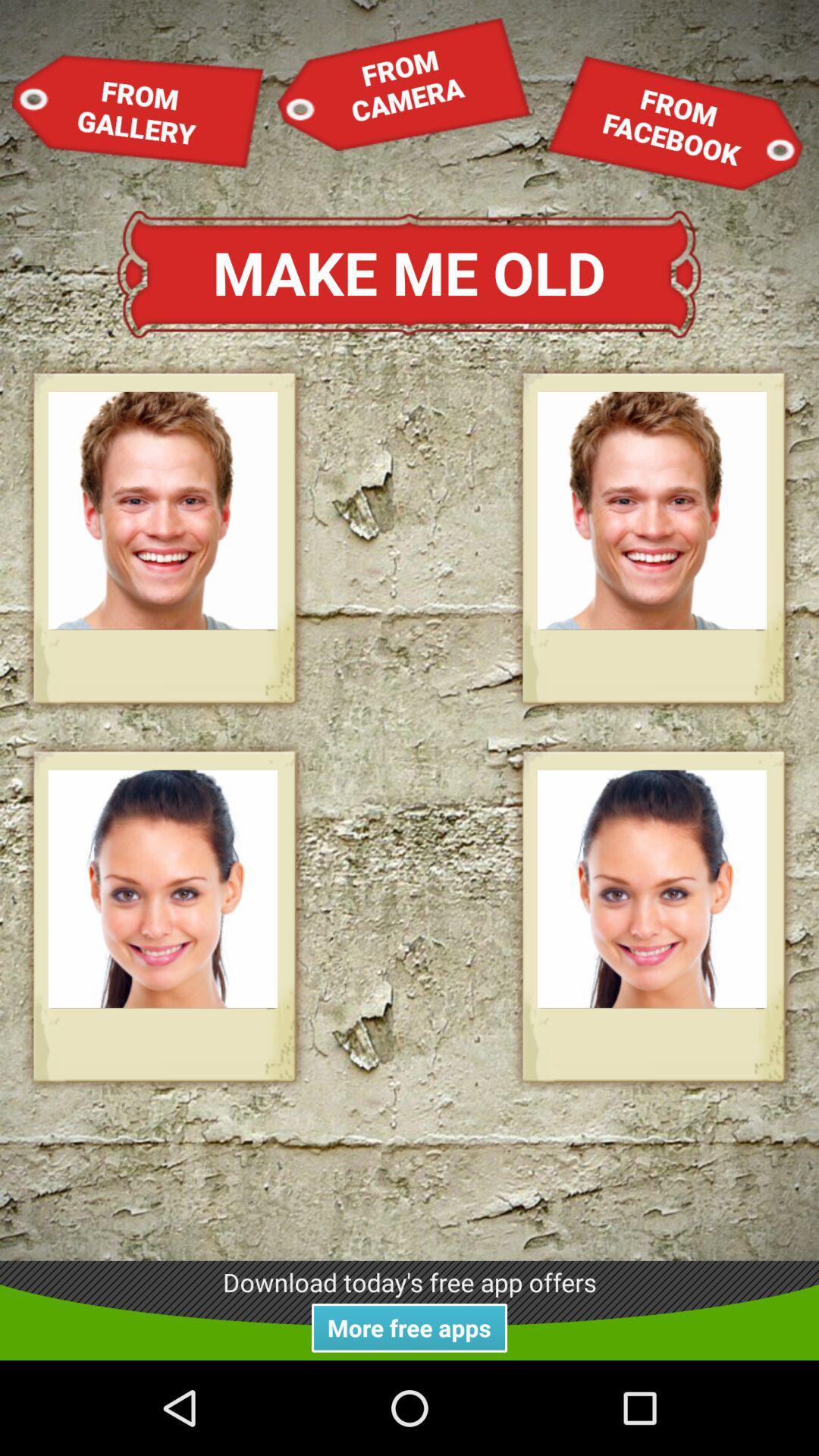  What do you see at coordinates (138, 110) in the screenshot?
I see `icon to the left of the from` at bounding box center [138, 110].